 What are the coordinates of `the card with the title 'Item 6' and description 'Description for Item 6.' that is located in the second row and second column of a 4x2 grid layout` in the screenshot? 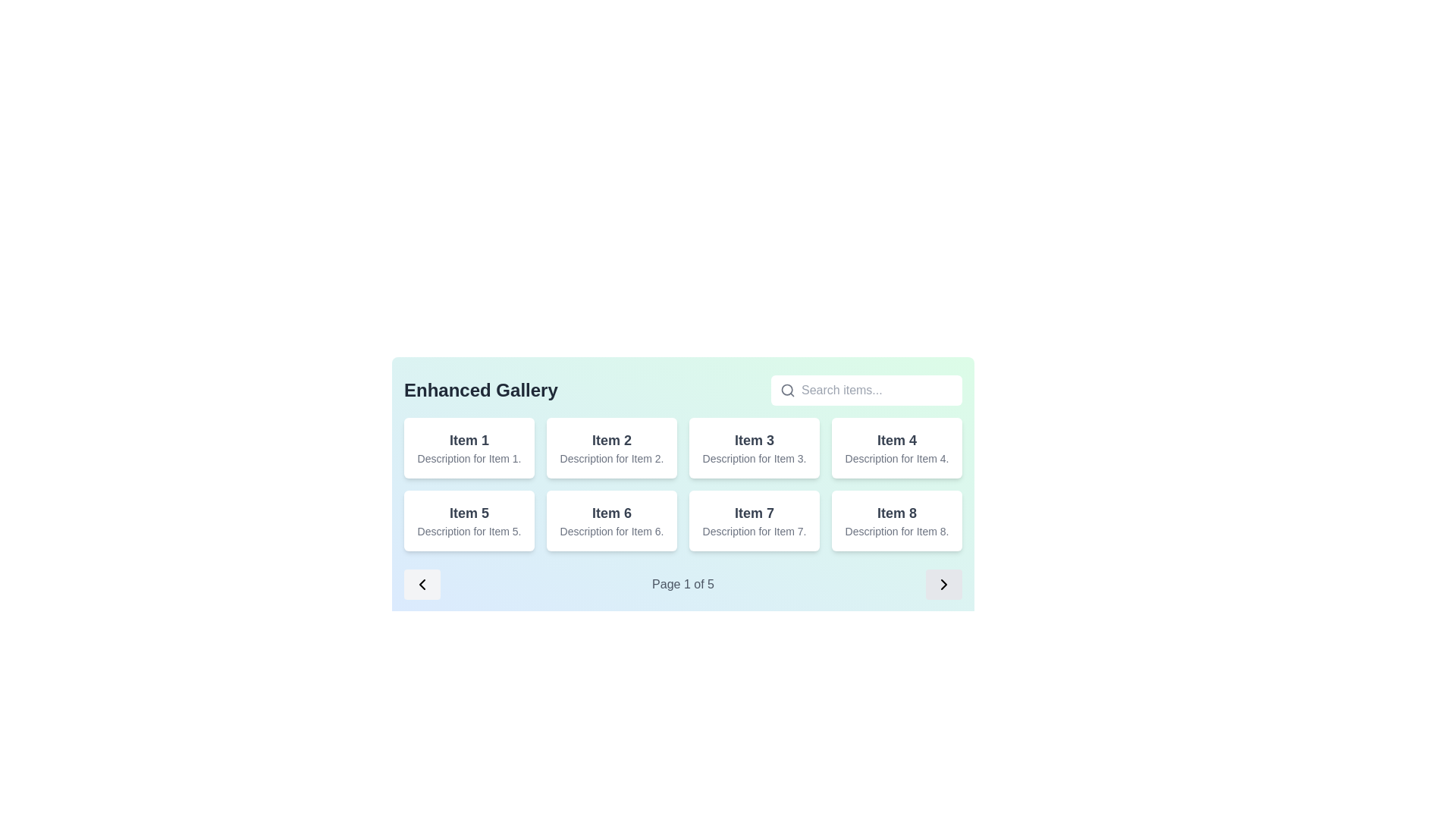 It's located at (611, 519).